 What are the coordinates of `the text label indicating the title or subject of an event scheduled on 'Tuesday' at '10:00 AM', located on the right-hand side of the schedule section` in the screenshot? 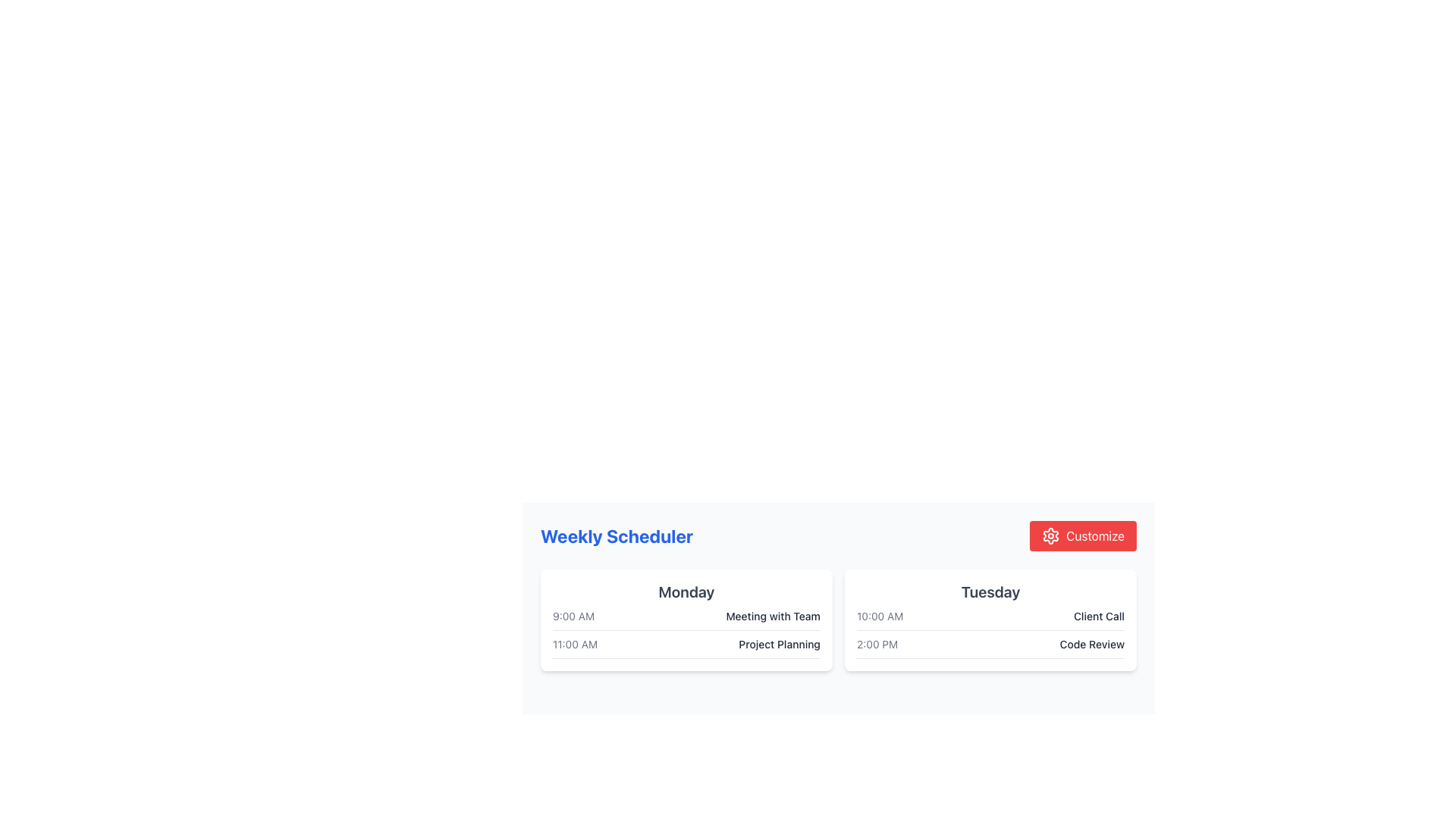 It's located at (1099, 617).